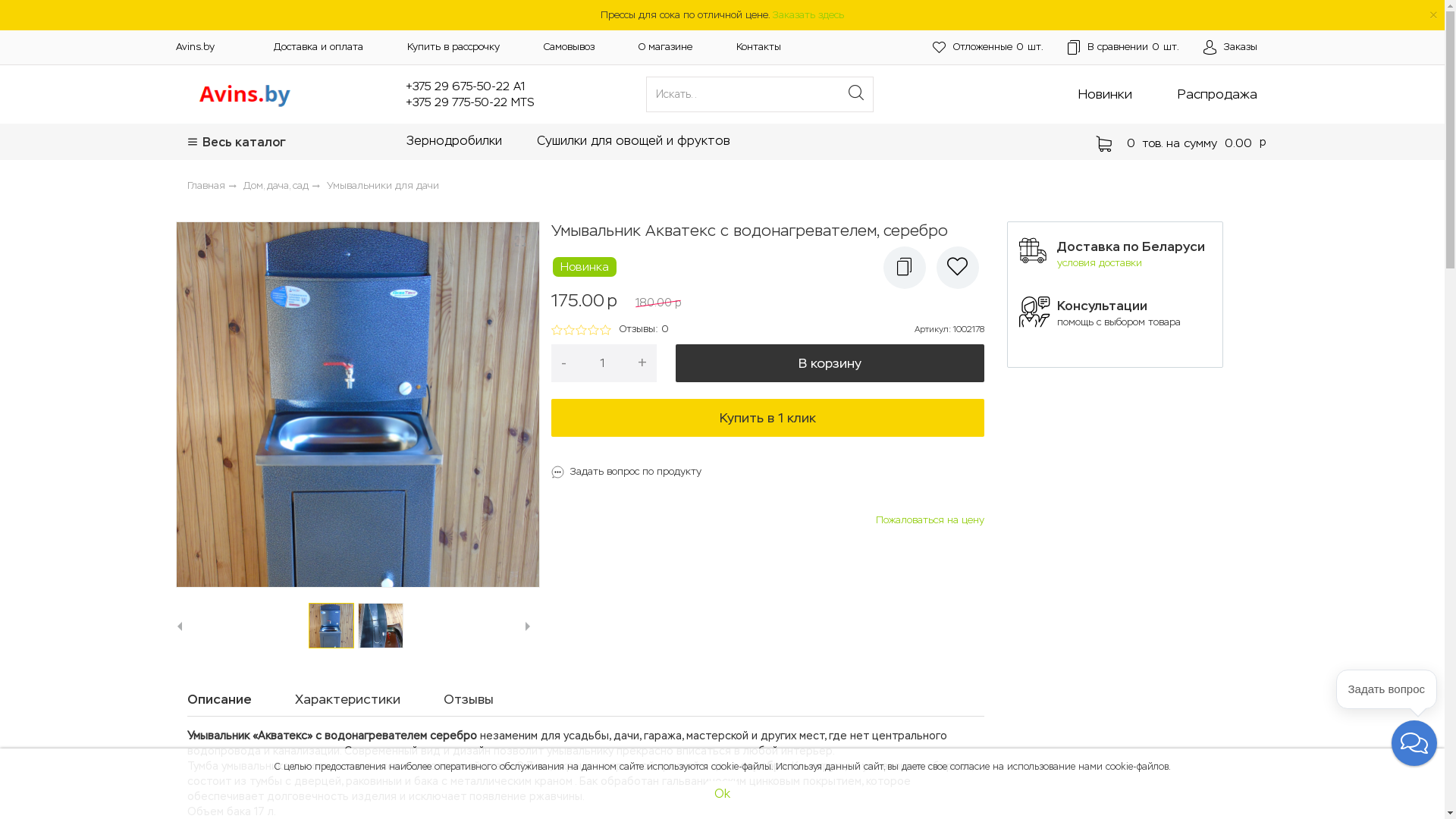  What do you see at coordinates (705, 792) in the screenshot?
I see `'Ok'` at bounding box center [705, 792].